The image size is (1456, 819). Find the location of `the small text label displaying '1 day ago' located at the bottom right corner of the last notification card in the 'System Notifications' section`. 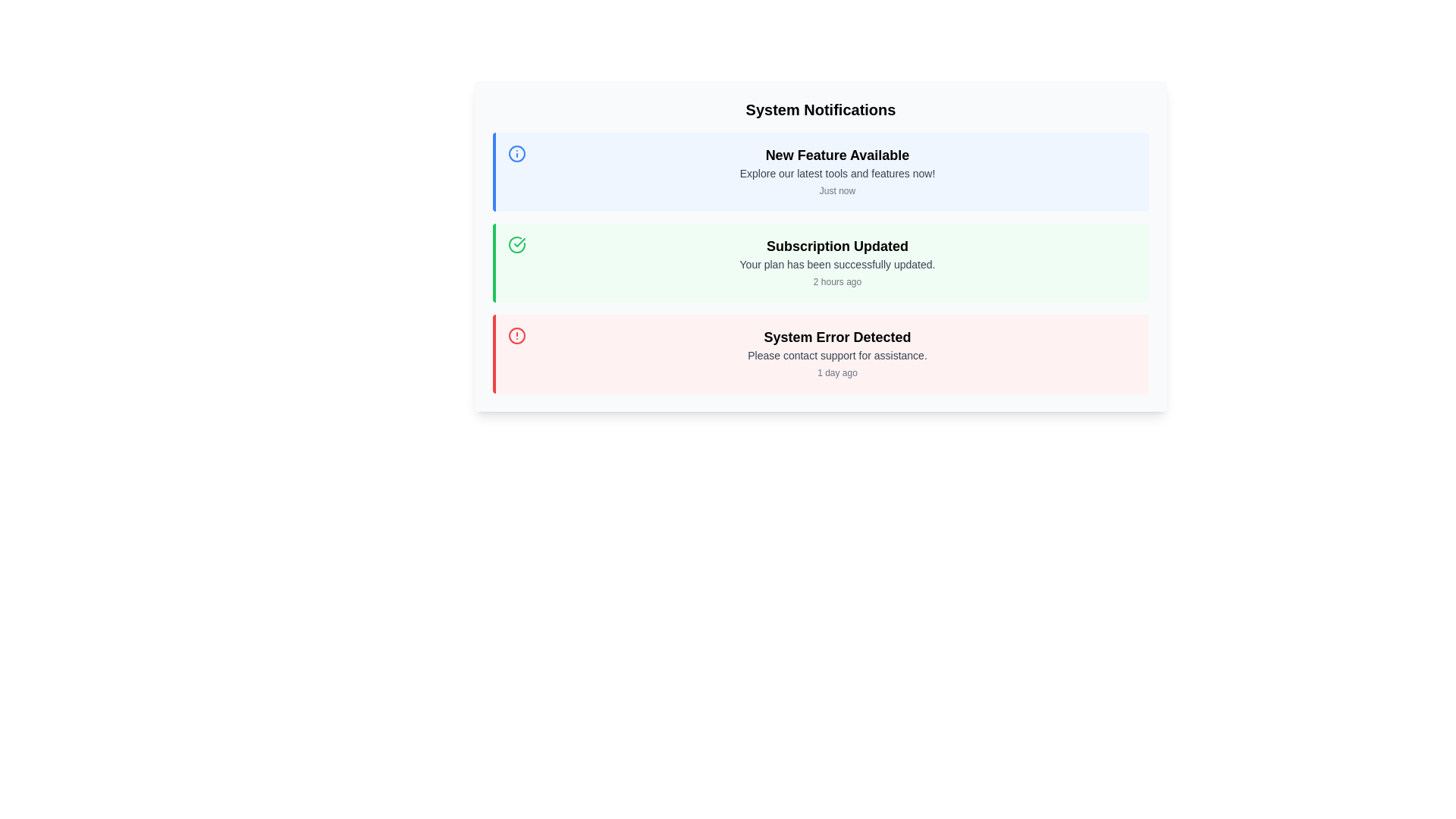

the small text label displaying '1 day ago' located at the bottom right corner of the last notification card in the 'System Notifications' section is located at coordinates (836, 373).